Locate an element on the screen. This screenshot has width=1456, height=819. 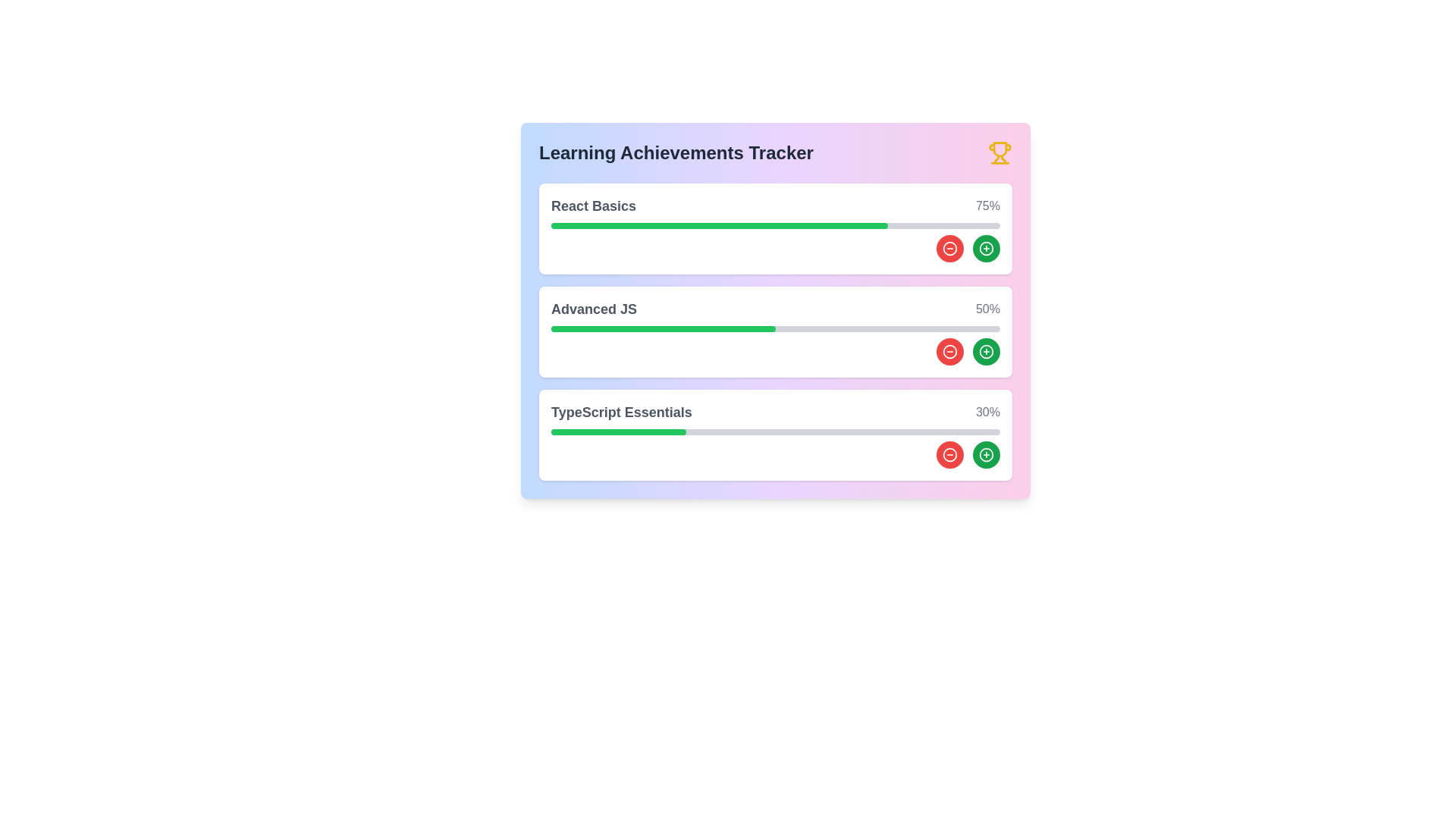
the decrement button located in the lower-right portion of the 'Advanced JS' section is located at coordinates (949, 351).